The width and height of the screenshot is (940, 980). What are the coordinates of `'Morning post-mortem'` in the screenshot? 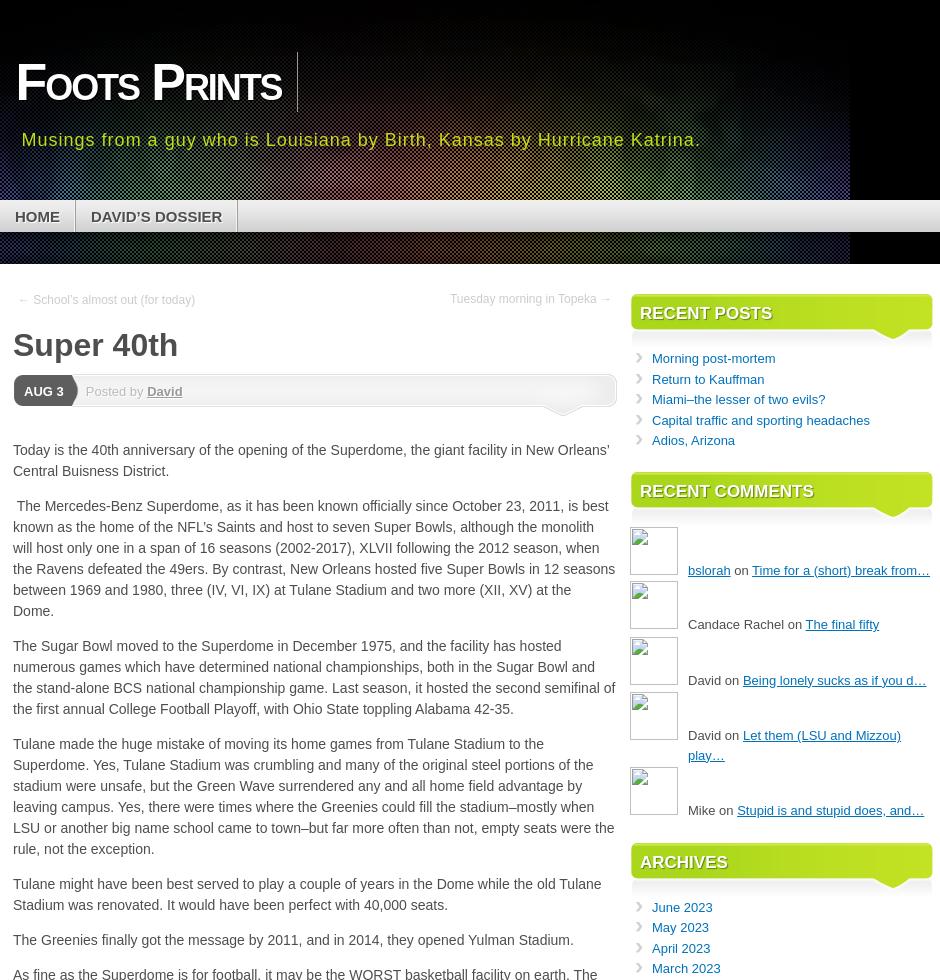 It's located at (713, 358).